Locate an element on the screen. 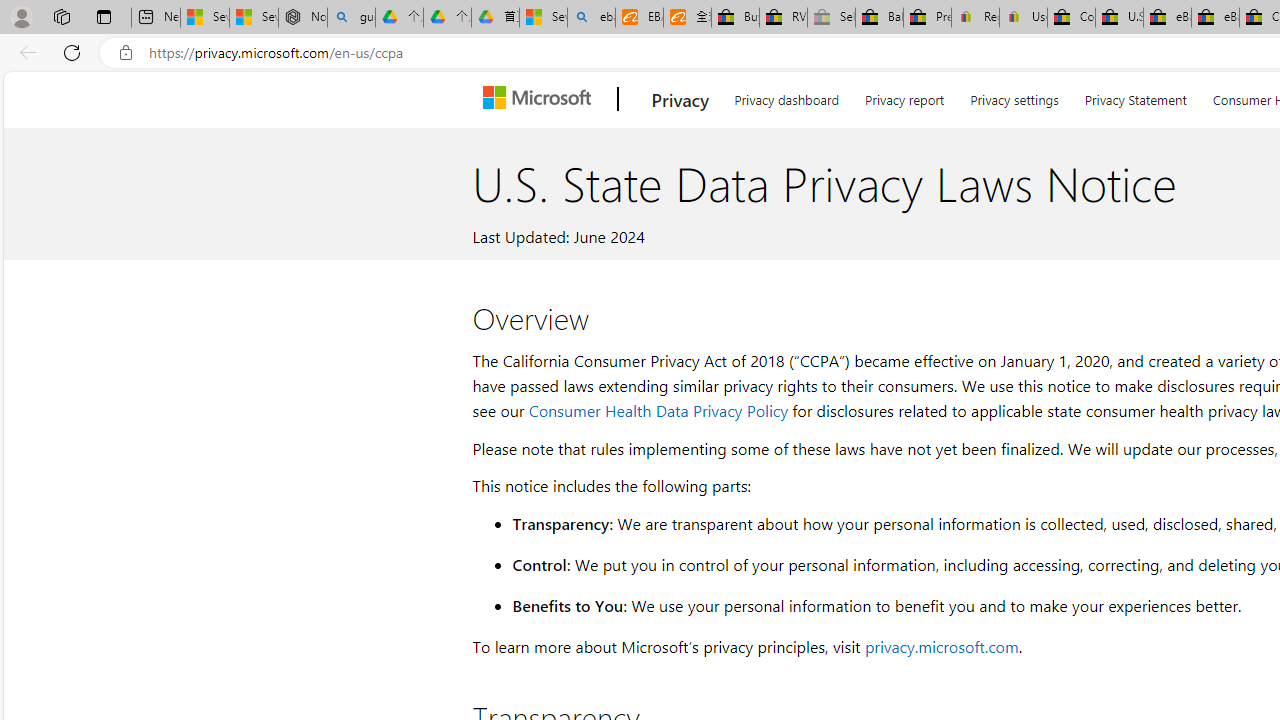 Image resolution: width=1280 pixels, height=720 pixels. 'Privacy dashboard' is located at coordinates (785, 96).